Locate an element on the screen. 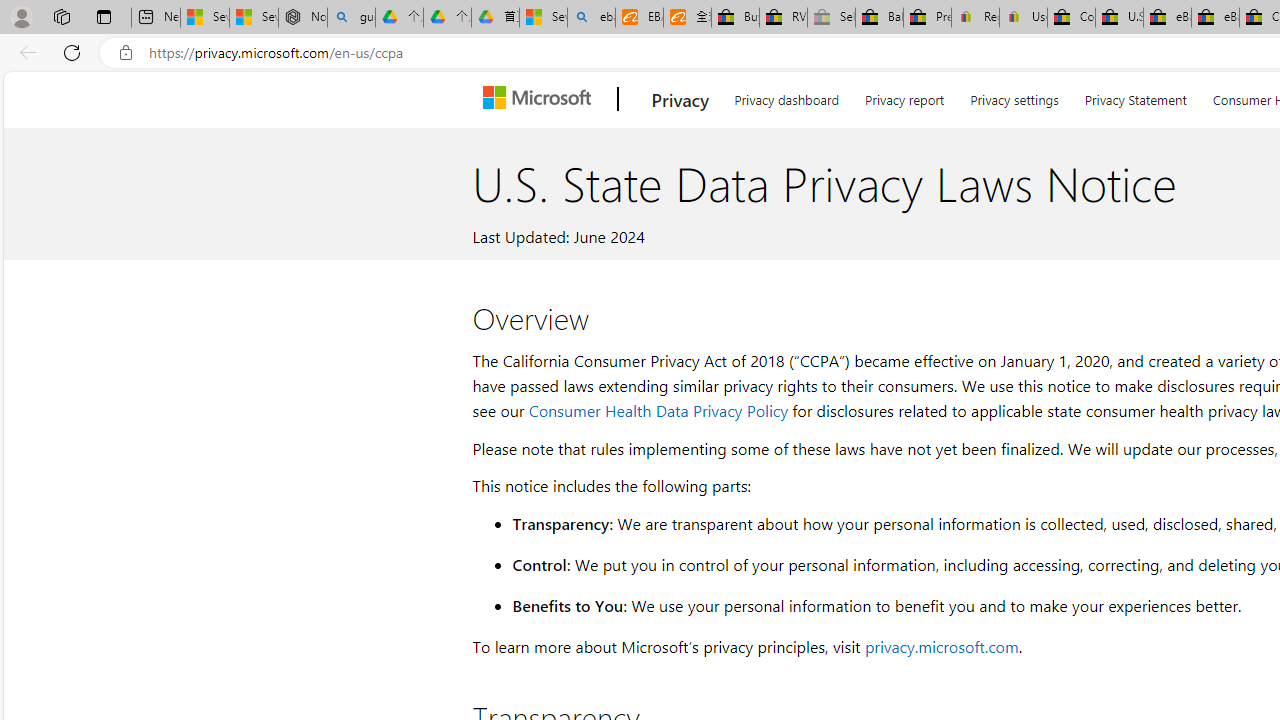 Image resolution: width=1280 pixels, height=720 pixels. 'Privacy dashboard' is located at coordinates (785, 96).